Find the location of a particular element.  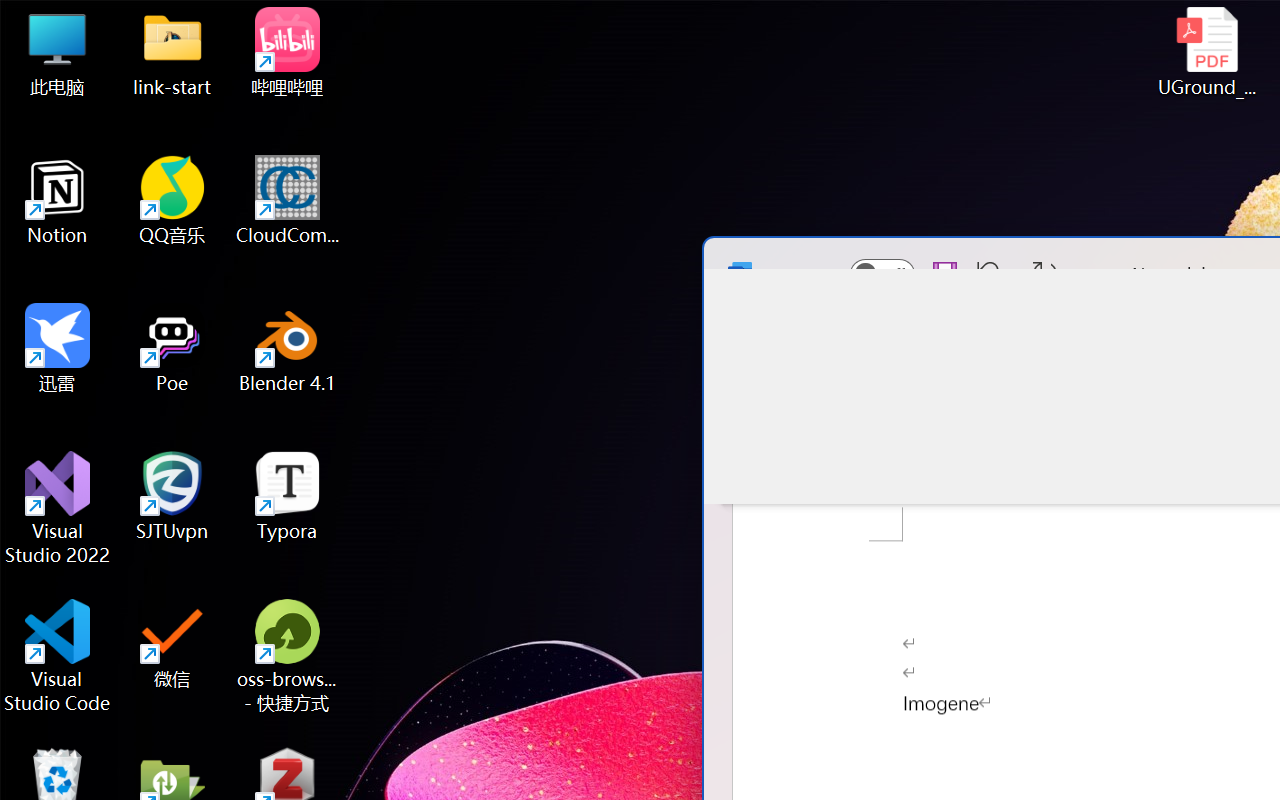

'Visual Studio 2022' is located at coordinates (57, 507).